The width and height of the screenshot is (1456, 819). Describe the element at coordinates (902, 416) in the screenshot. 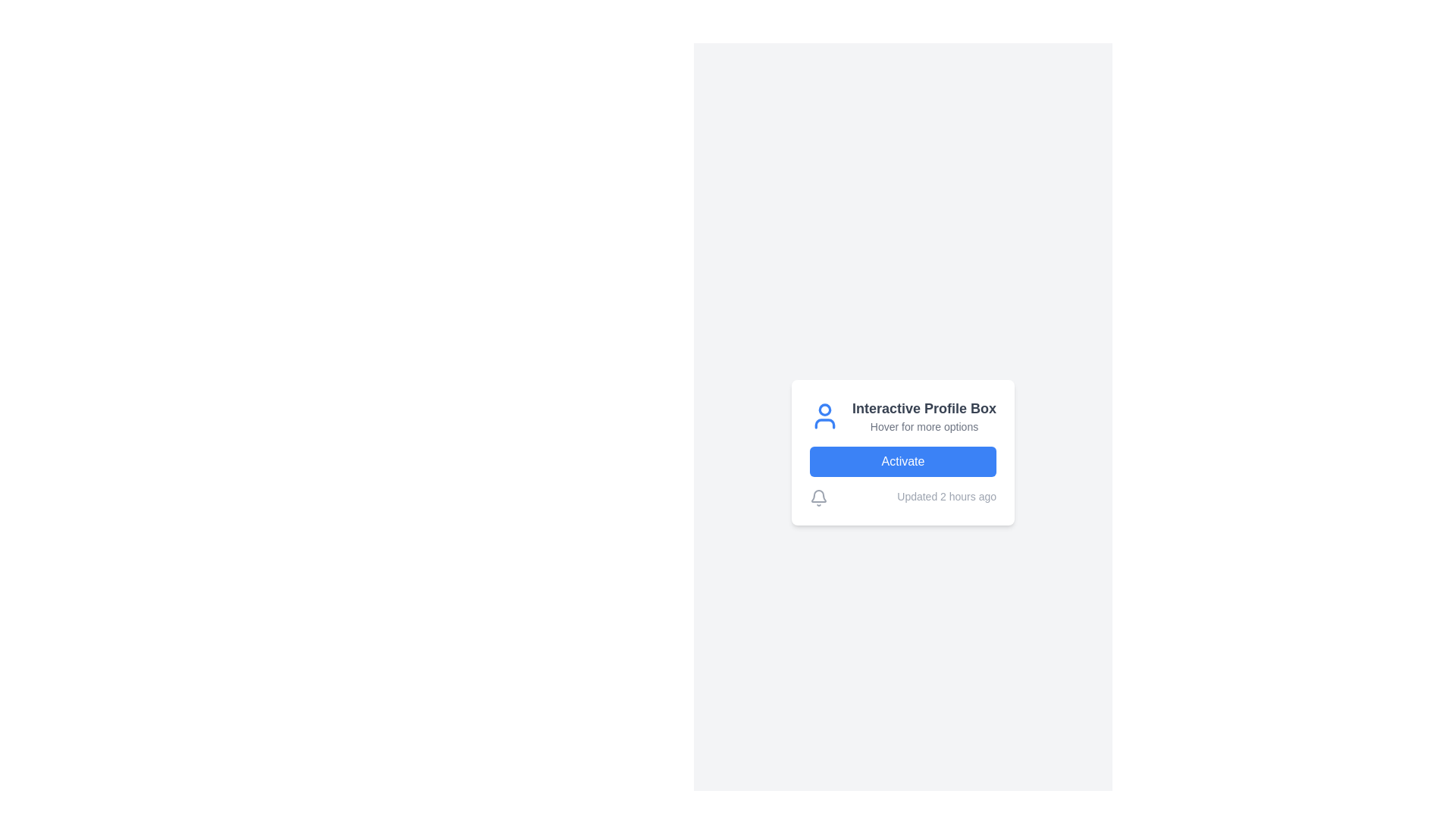

I see `the Profile Box which features a blue circular icon and the text 'Interactive Profile Box' followed by 'Hover for more options'` at that location.